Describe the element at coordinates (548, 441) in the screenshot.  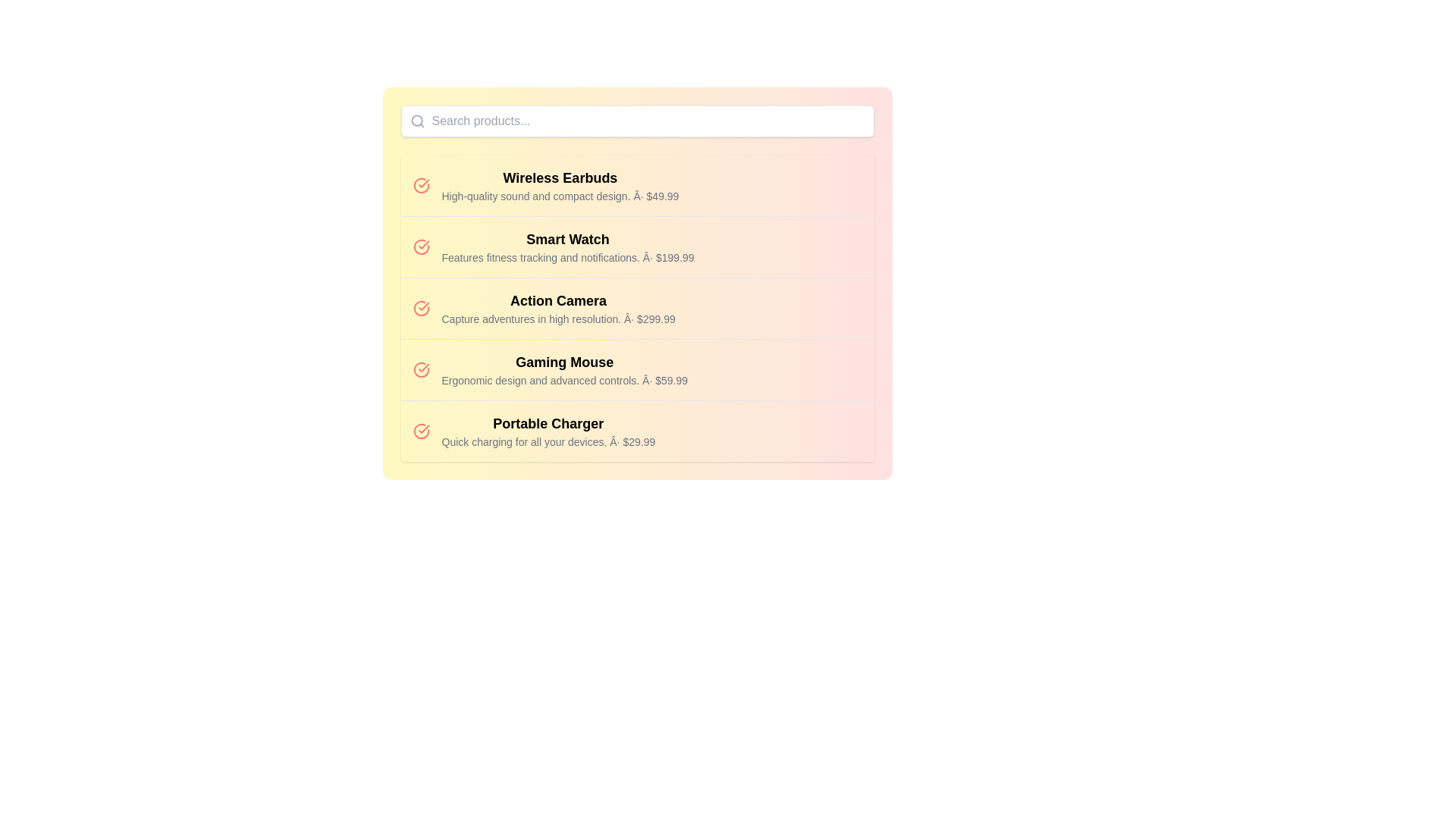
I see `the descriptive text element that reads 'Quick charging for all your devices. Â· $29.99', which is located below the 'Portable Charger' header` at that location.